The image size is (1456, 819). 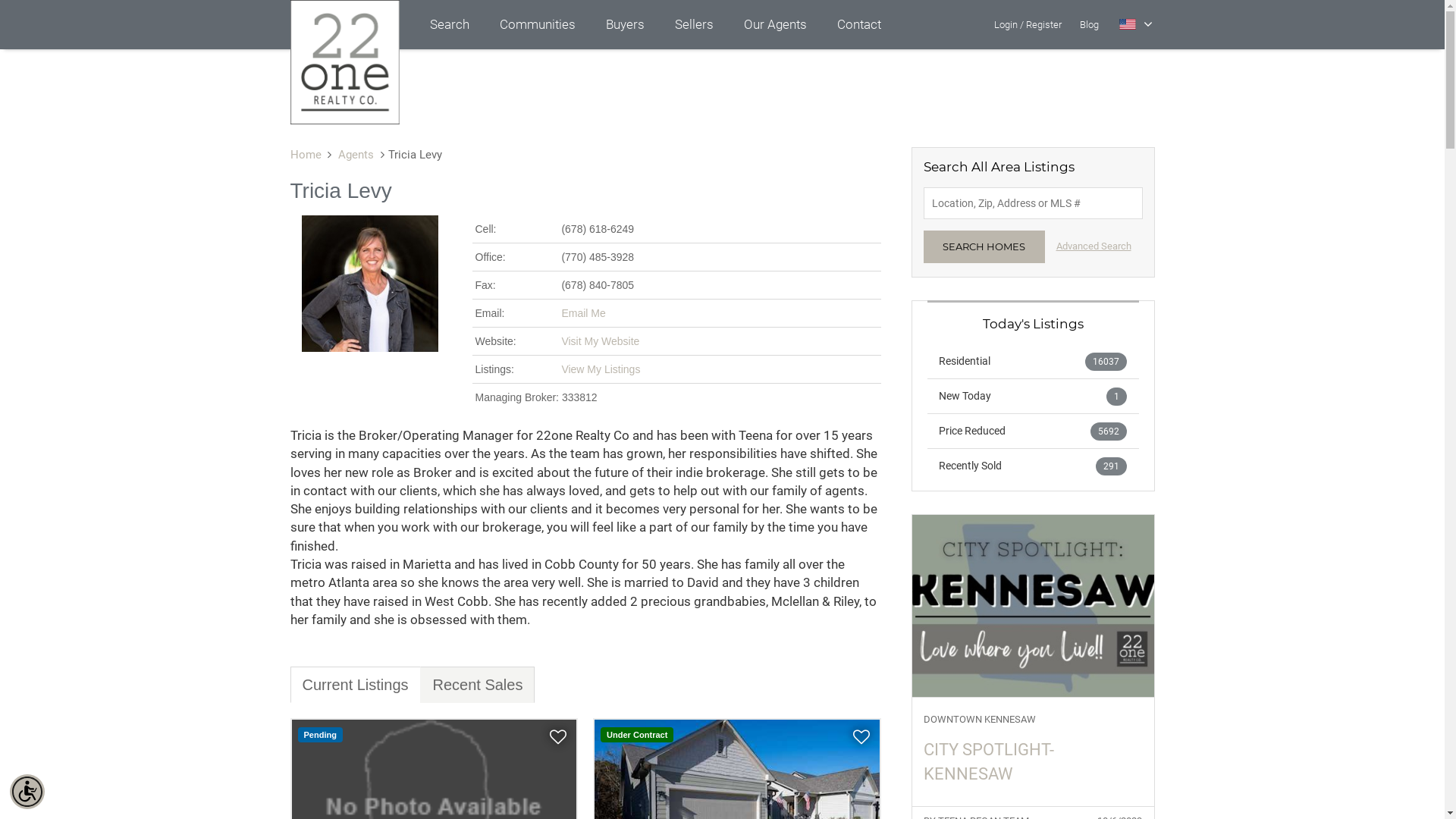 What do you see at coordinates (1079, 24) in the screenshot?
I see `'Blog'` at bounding box center [1079, 24].